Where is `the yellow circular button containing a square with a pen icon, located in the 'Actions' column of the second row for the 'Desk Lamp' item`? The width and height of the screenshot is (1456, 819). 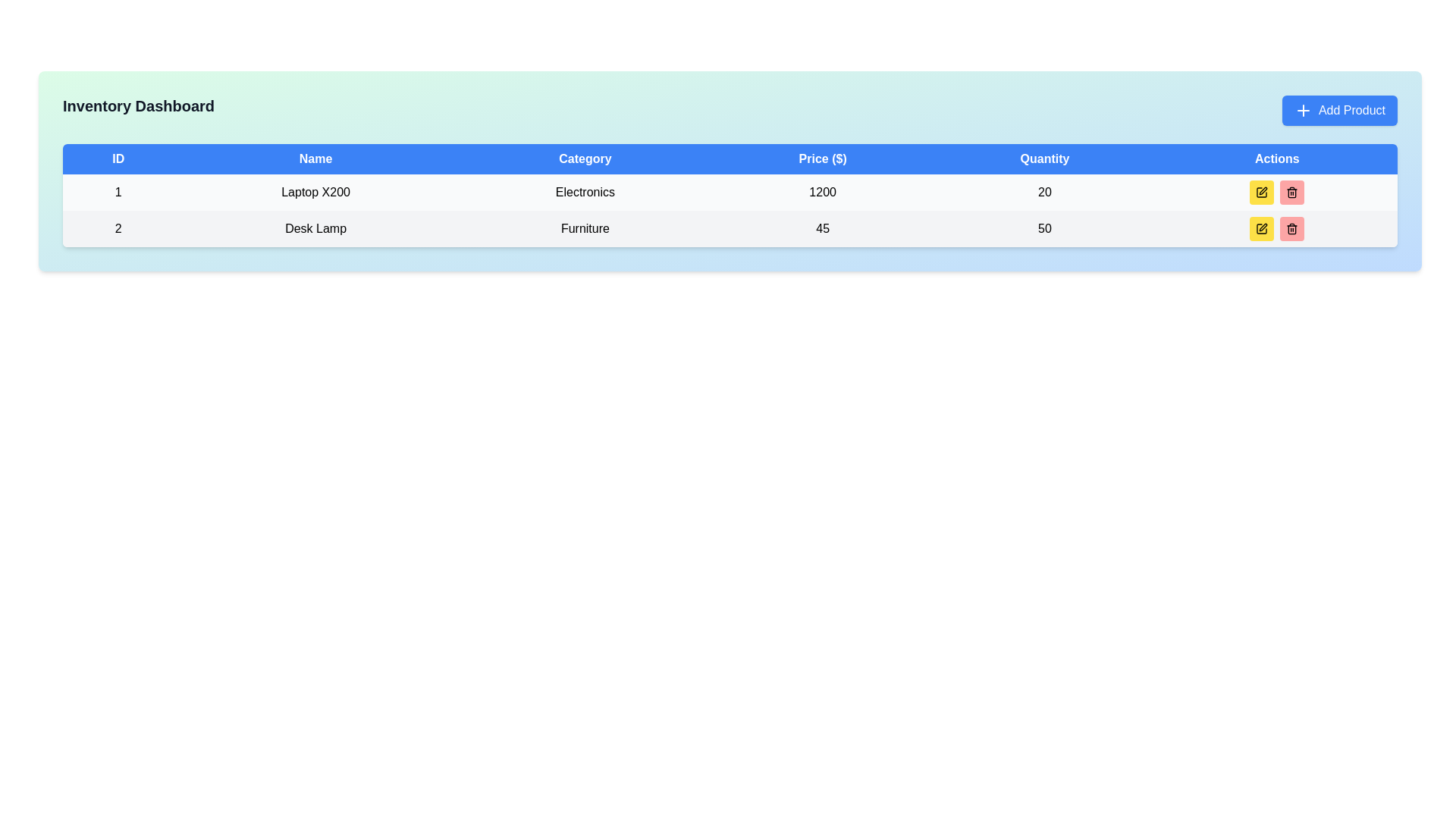 the yellow circular button containing a square with a pen icon, located in the 'Actions' column of the second row for the 'Desk Lamp' item is located at coordinates (1262, 228).